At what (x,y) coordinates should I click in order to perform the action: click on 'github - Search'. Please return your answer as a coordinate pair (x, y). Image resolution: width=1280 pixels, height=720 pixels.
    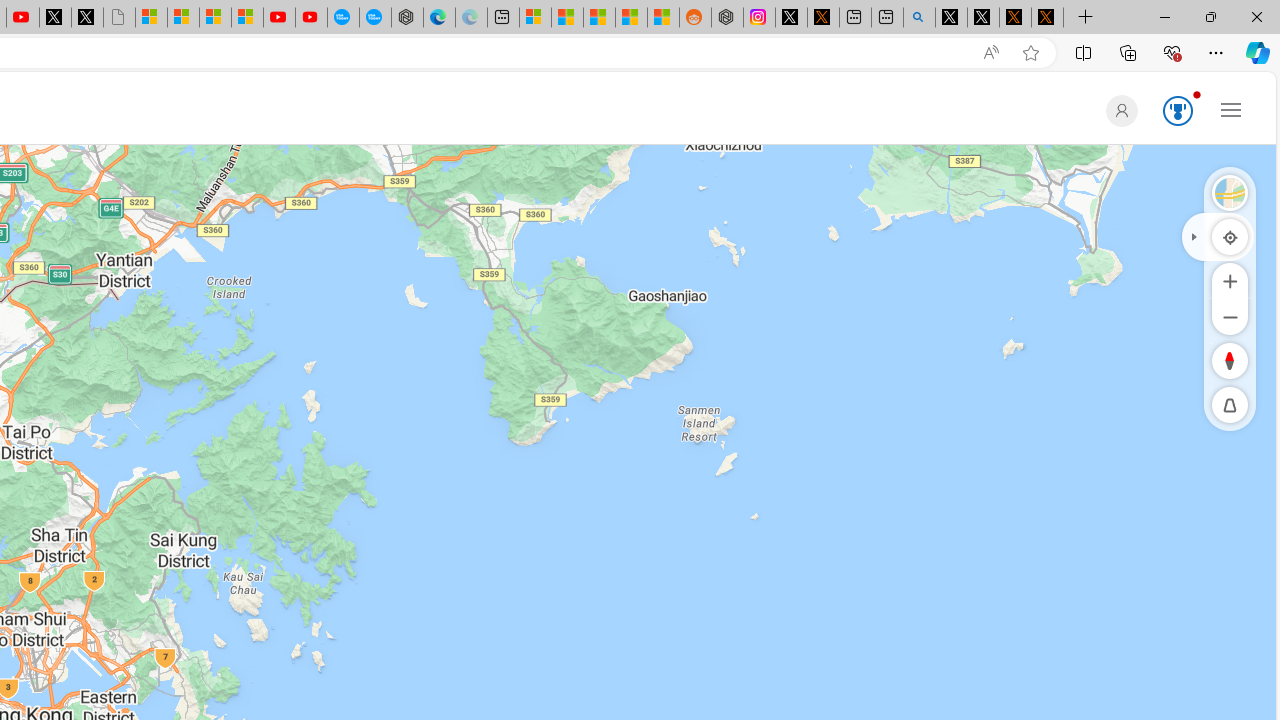
    Looking at the image, I should click on (918, 17).